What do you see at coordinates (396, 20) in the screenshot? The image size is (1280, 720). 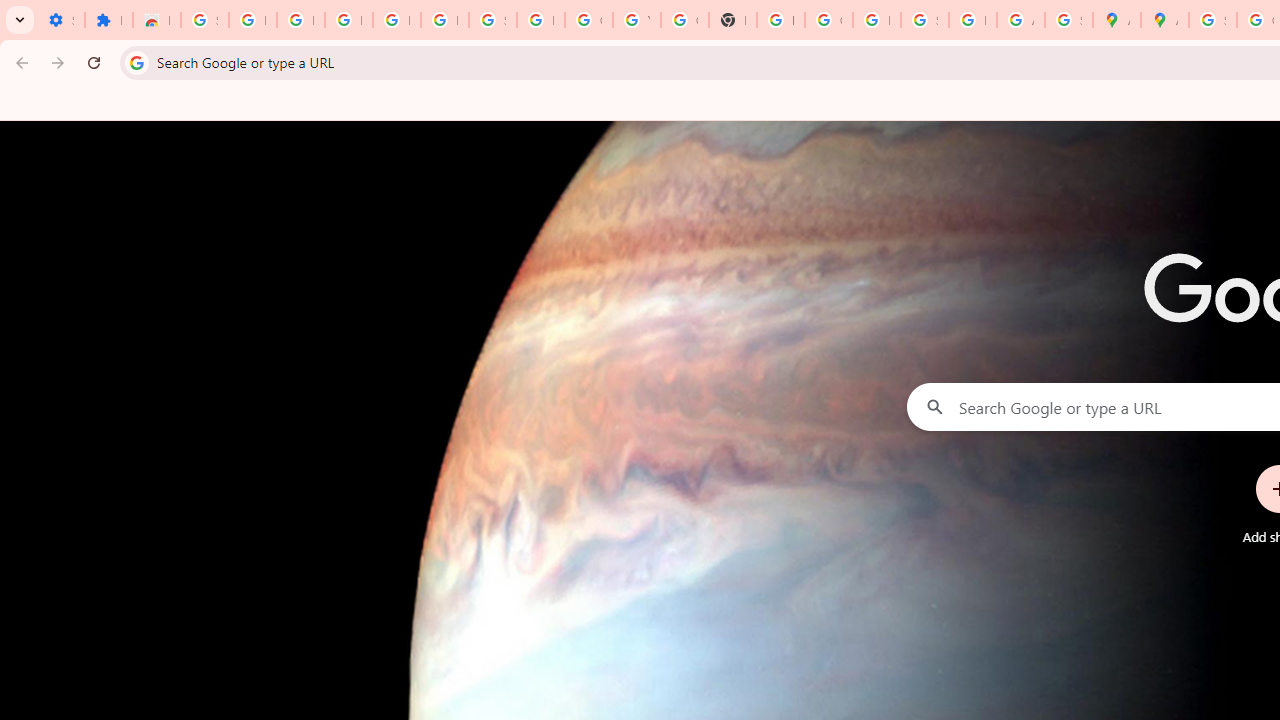 I see `'Learn how to find your photos - Google Photos Help'` at bounding box center [396, 20].